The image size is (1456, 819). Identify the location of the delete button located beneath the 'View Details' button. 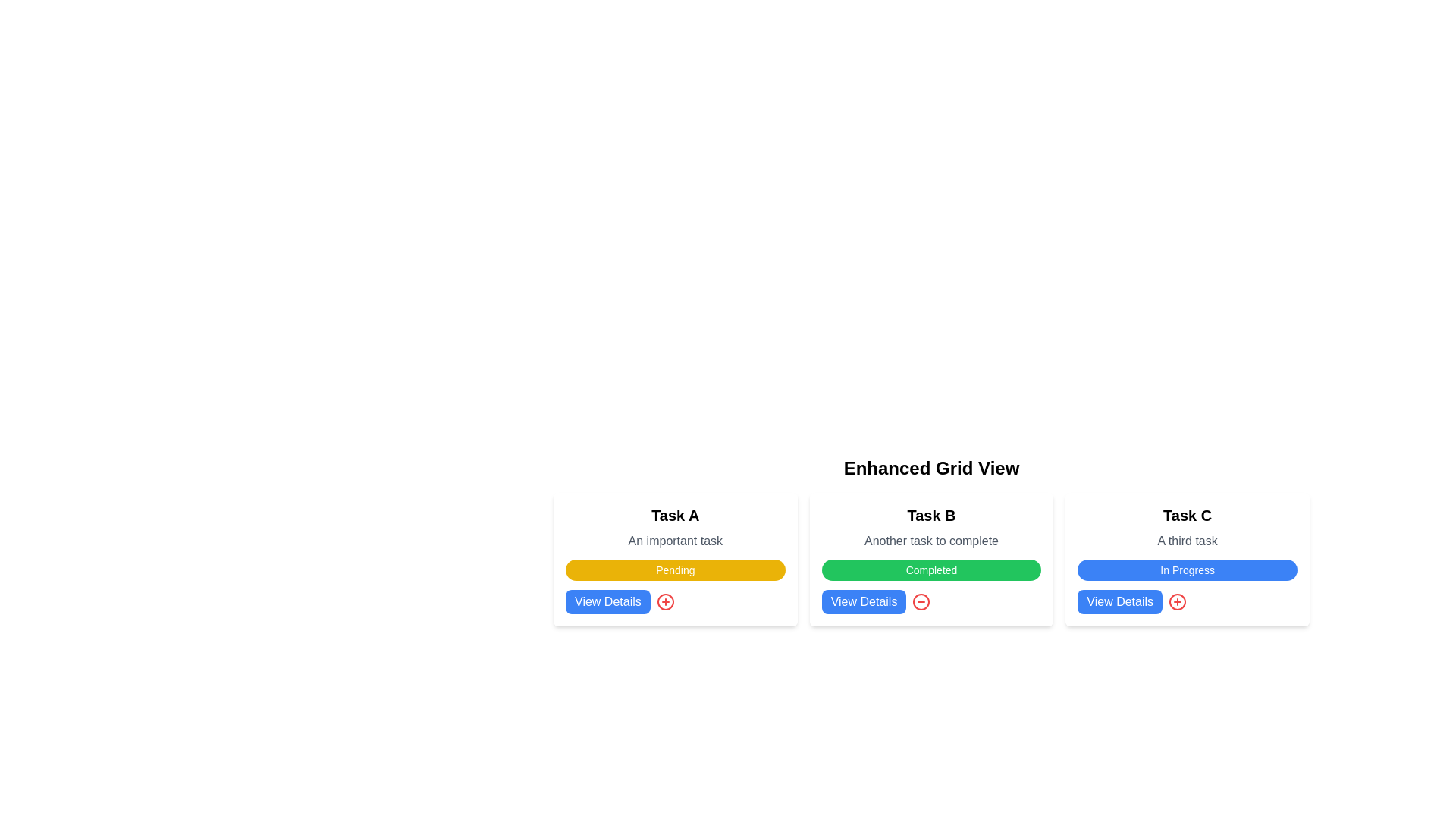
(921, 601).